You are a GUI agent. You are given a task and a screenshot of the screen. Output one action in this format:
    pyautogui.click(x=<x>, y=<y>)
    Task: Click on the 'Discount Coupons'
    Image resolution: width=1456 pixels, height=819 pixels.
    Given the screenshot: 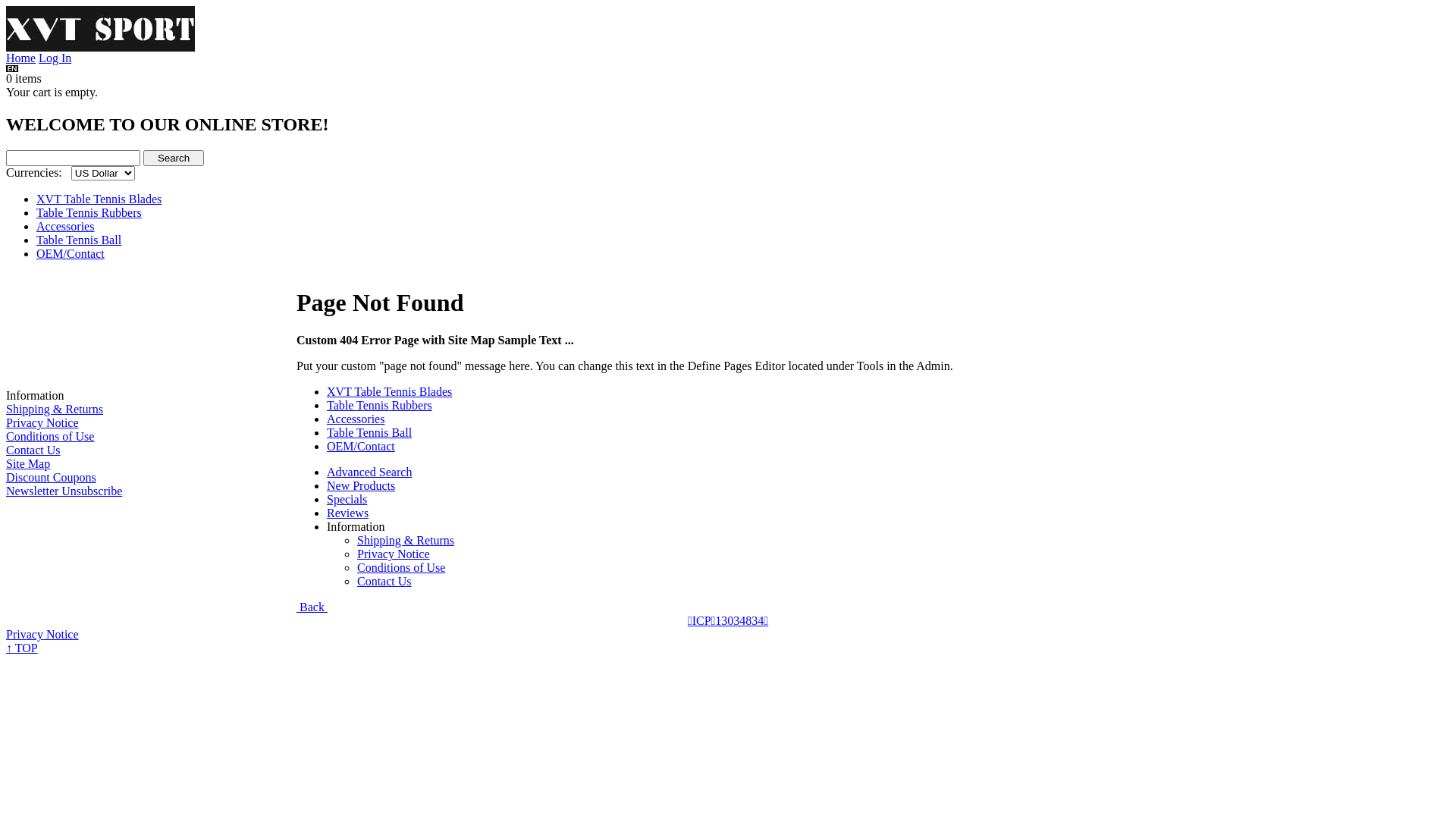 What is the action you would take?
    pyautogui.click(x=6, y=476)
    